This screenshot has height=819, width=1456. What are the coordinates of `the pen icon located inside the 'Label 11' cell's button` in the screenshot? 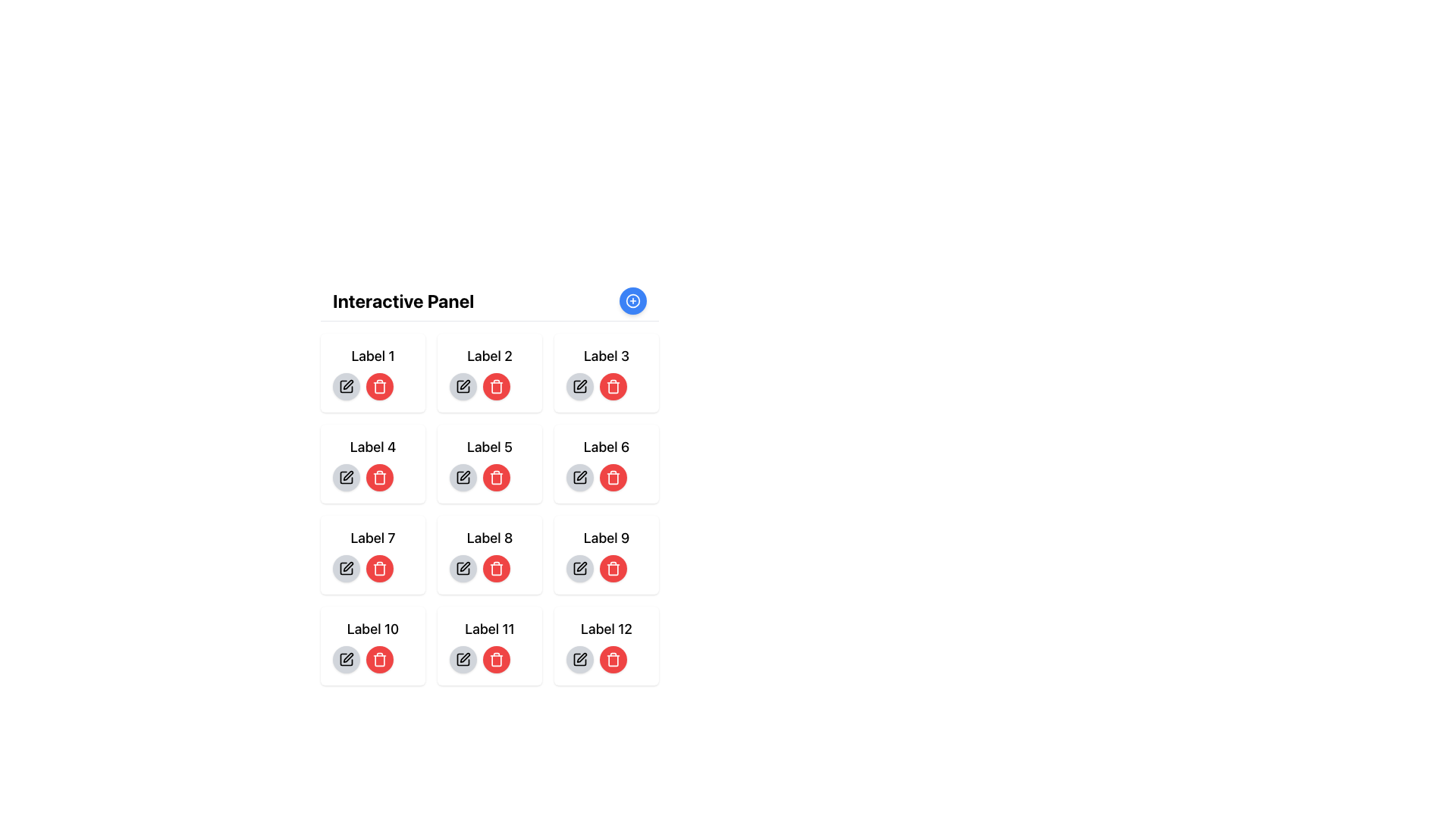 It's located at (462, 659).